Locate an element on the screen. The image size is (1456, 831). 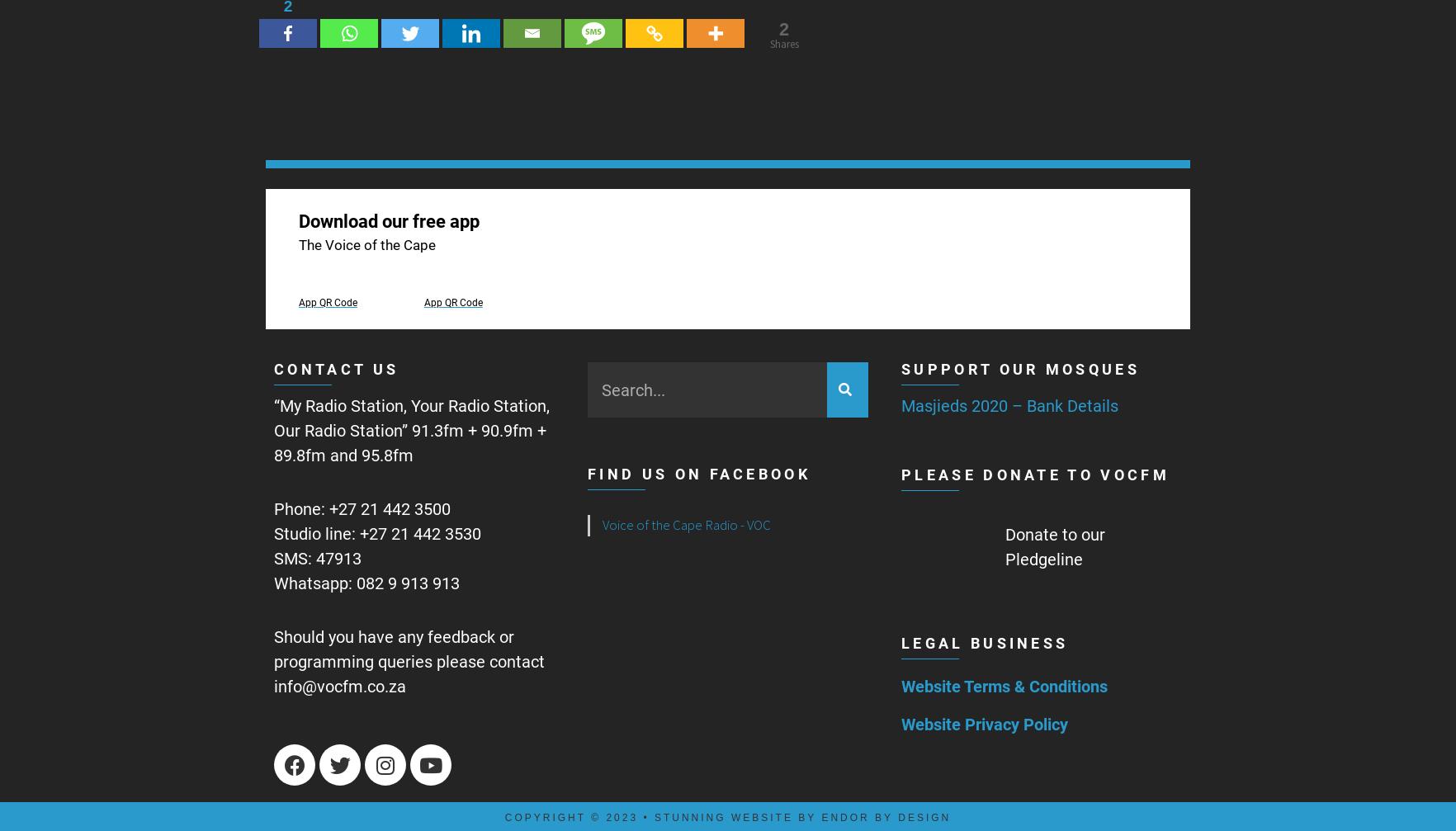
'Masjieds 2020 – Bank Details' is located at coordinates (1009, 406).